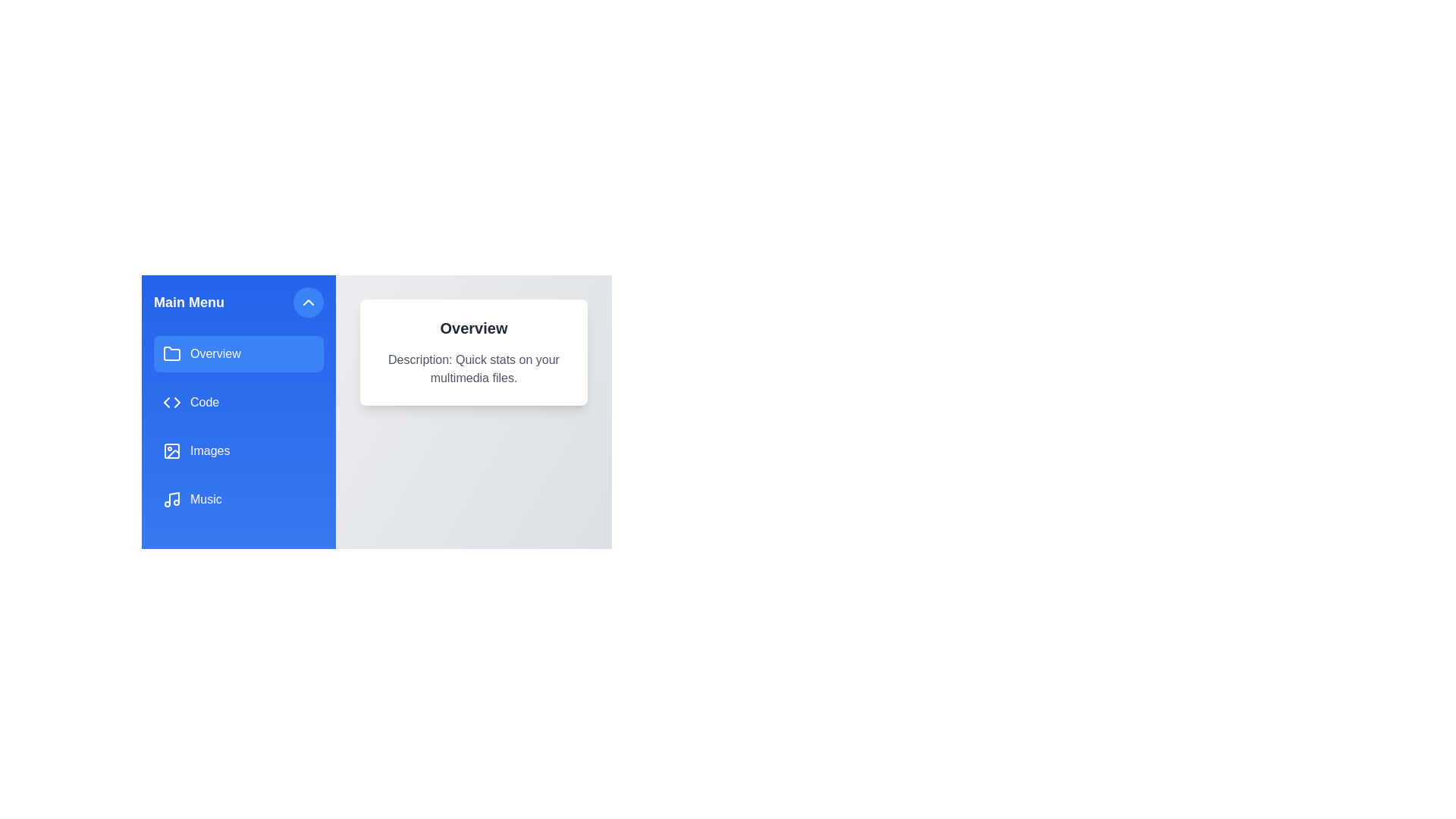 Image resolution: width=1456 pixels, height=819 pixels. What do you see at coordinates (171, 402) in the screenshot?
I see `the icon displaying two inward-facing arrowheads located to the left of the 'Code' button in the left-side navigation menu by moving the cursor to its center point` at bounding box center [171, 402].